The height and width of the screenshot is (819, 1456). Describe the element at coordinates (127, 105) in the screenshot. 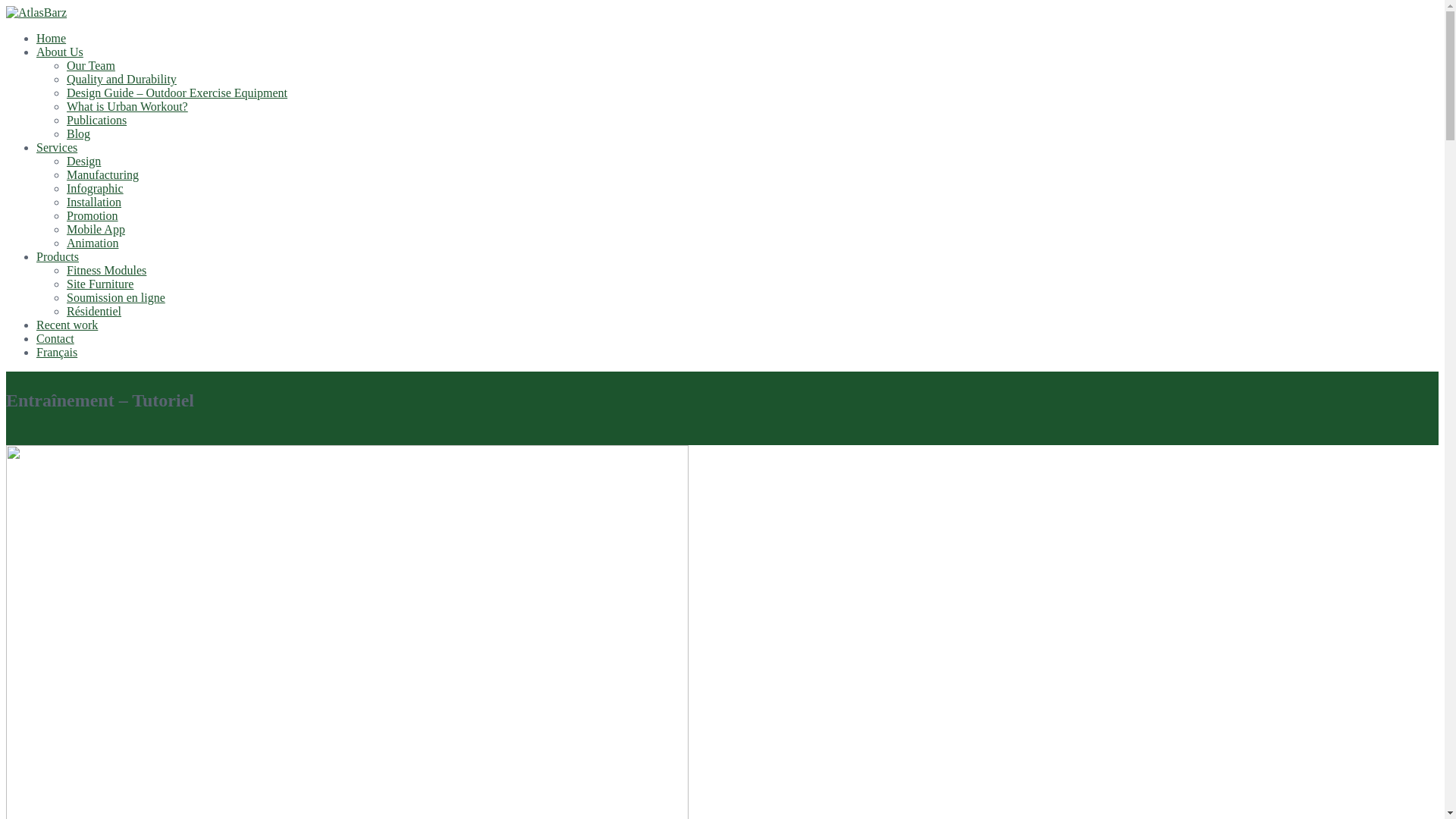

I see `'What is Urban Workout?'` at that location.